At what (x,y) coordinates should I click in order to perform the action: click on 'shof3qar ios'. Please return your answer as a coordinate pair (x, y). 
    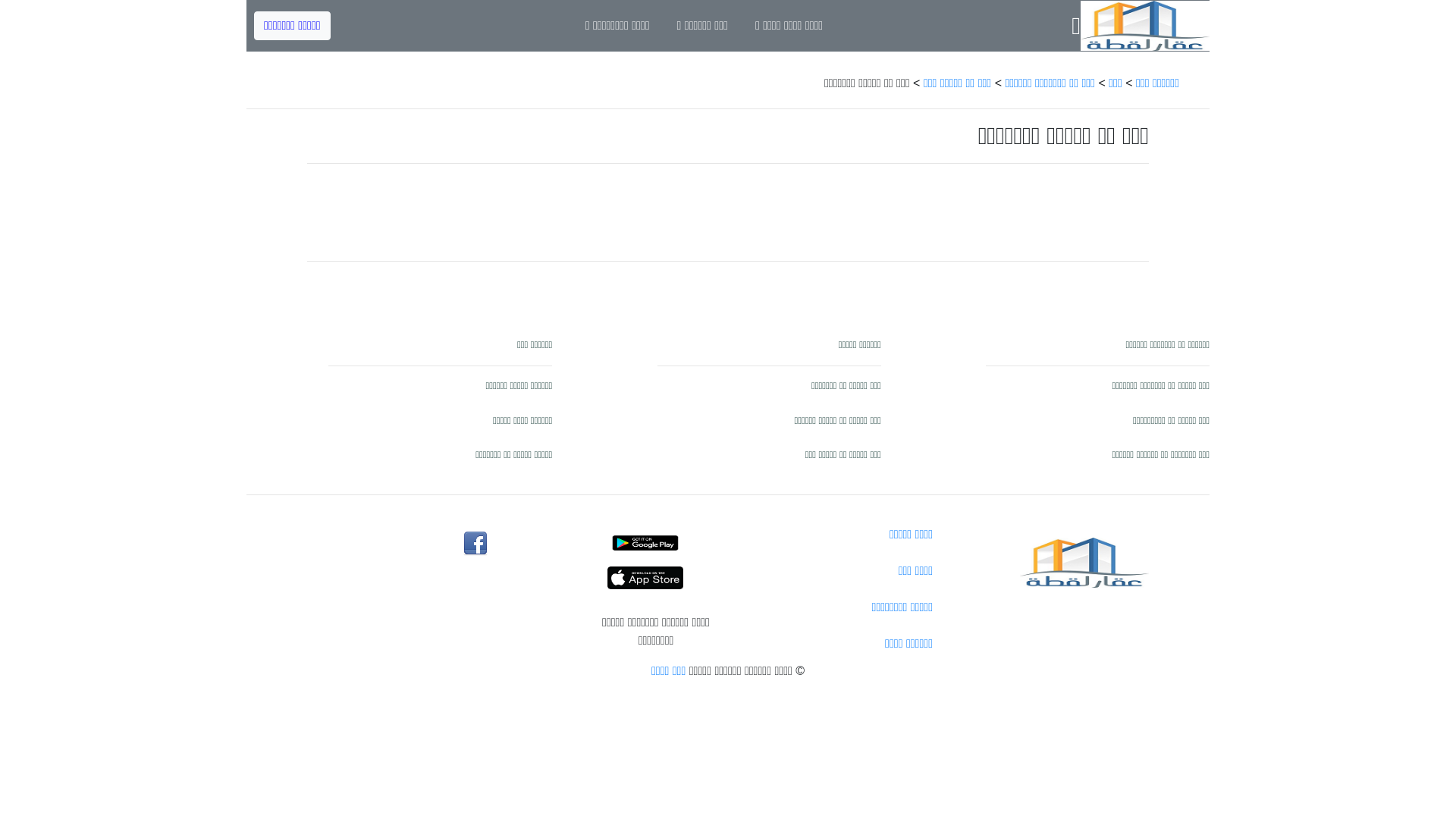
    Looking at the image, I should click on (655, 578).